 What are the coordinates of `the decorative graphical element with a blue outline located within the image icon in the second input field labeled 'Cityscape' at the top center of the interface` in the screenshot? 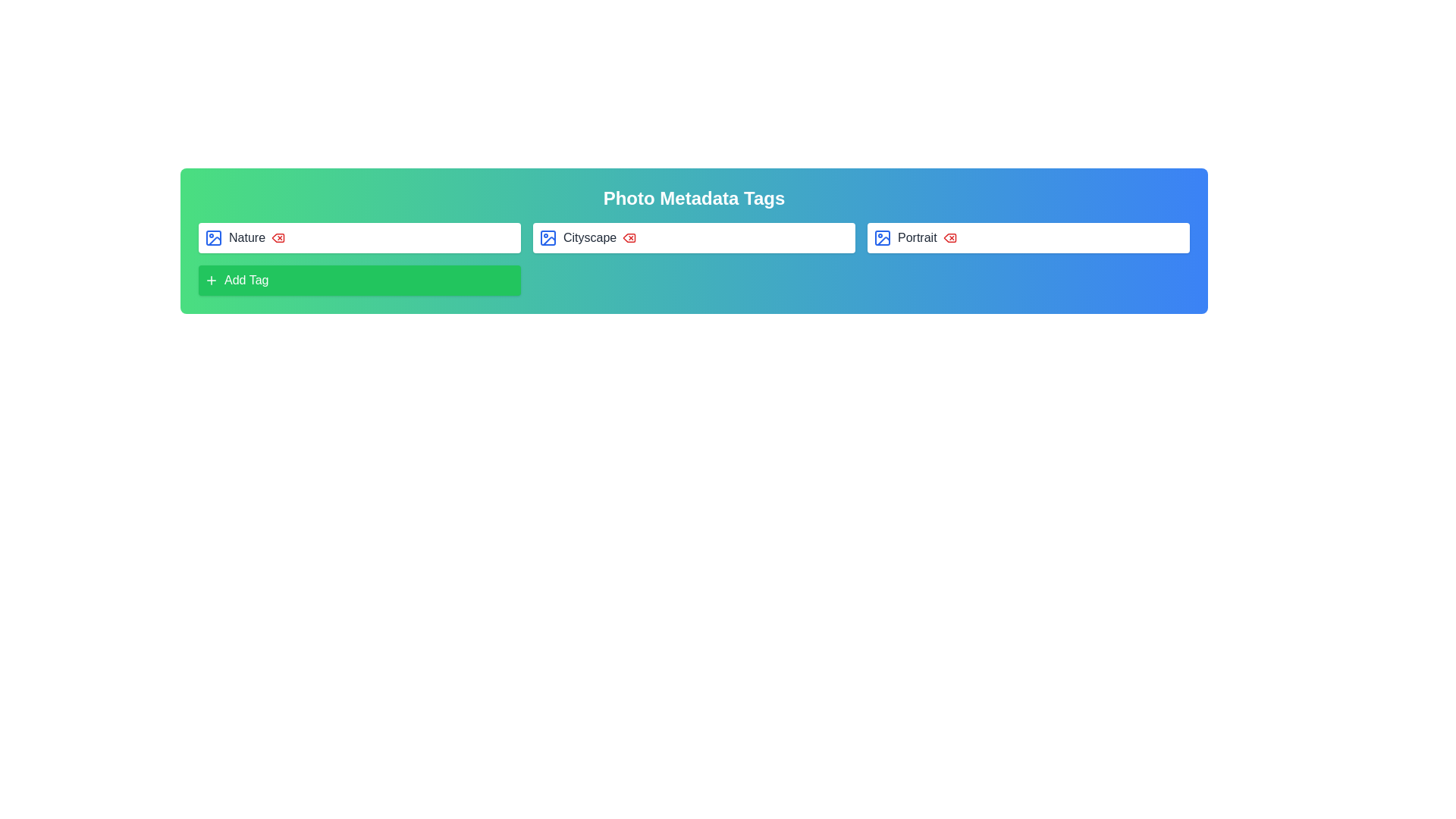 It's located at (548, 237).